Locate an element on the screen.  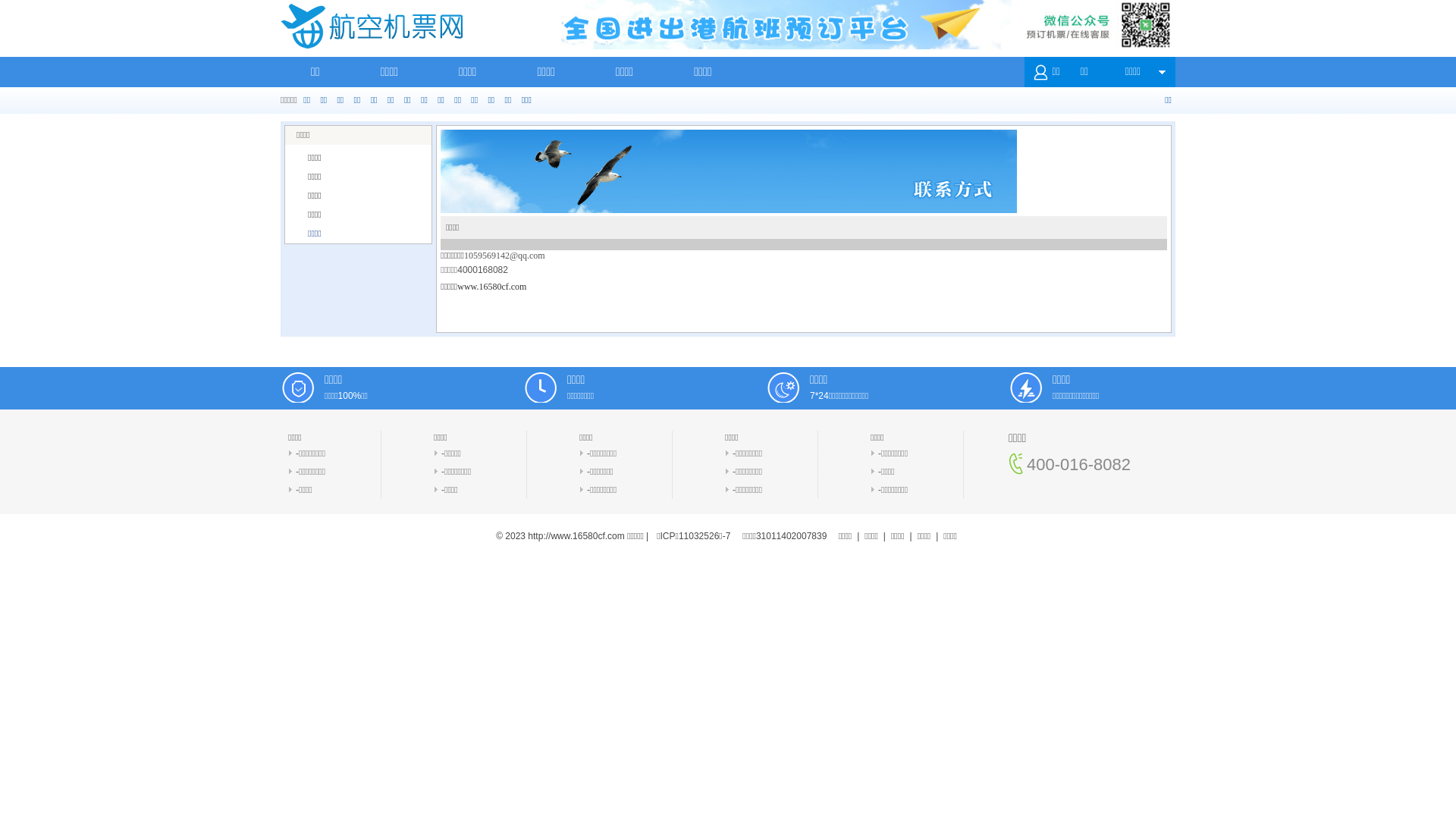
'1059569142@qq.com' is located at coordinates (504, 254).